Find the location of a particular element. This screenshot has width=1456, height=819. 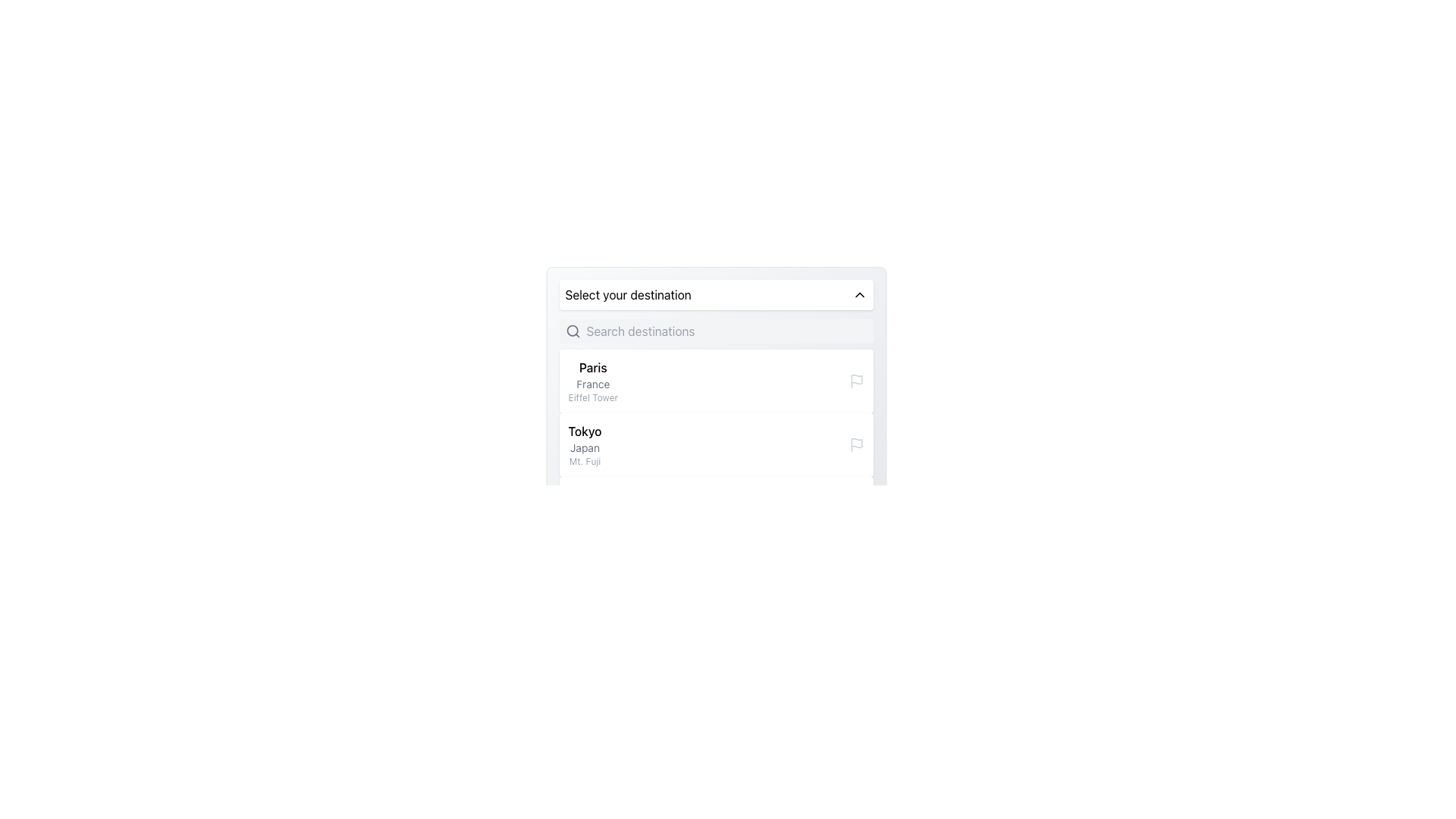

the first item in the selection list that displays a destination with location, country, and landmark details is located at coordinates (715, 380).